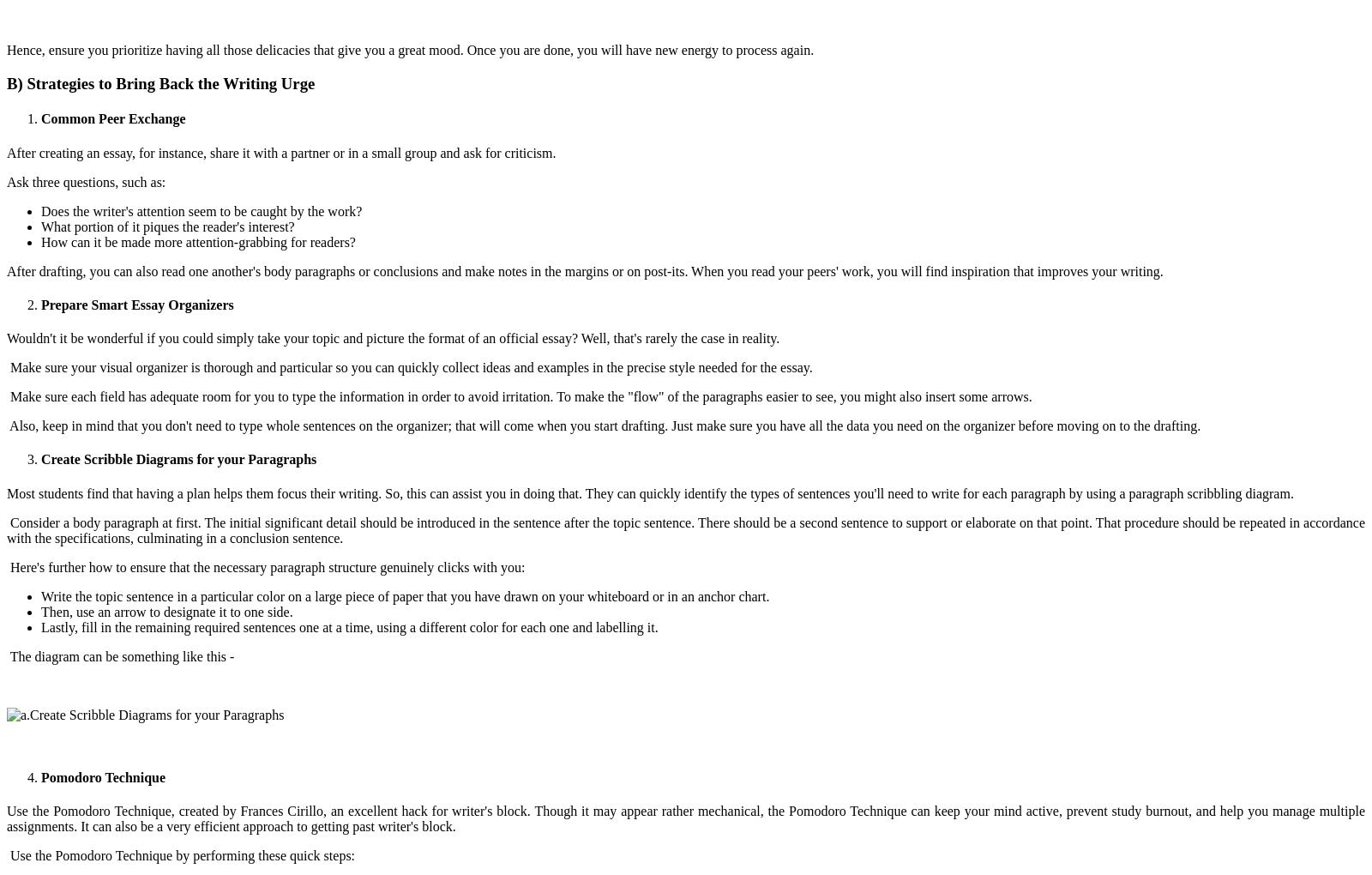 This screenshot has width=1372, height=875. What do you see at coordinates (652, 492) in the screenshot?
I see `'Most students find that having a plan helps them focus their writing. So, this can assist you in doing that. They can quickly identify the types of sentences you'll need to write for each paragraph by using a paragraph scribbling diagram.'` at bounding box center [652, 492].